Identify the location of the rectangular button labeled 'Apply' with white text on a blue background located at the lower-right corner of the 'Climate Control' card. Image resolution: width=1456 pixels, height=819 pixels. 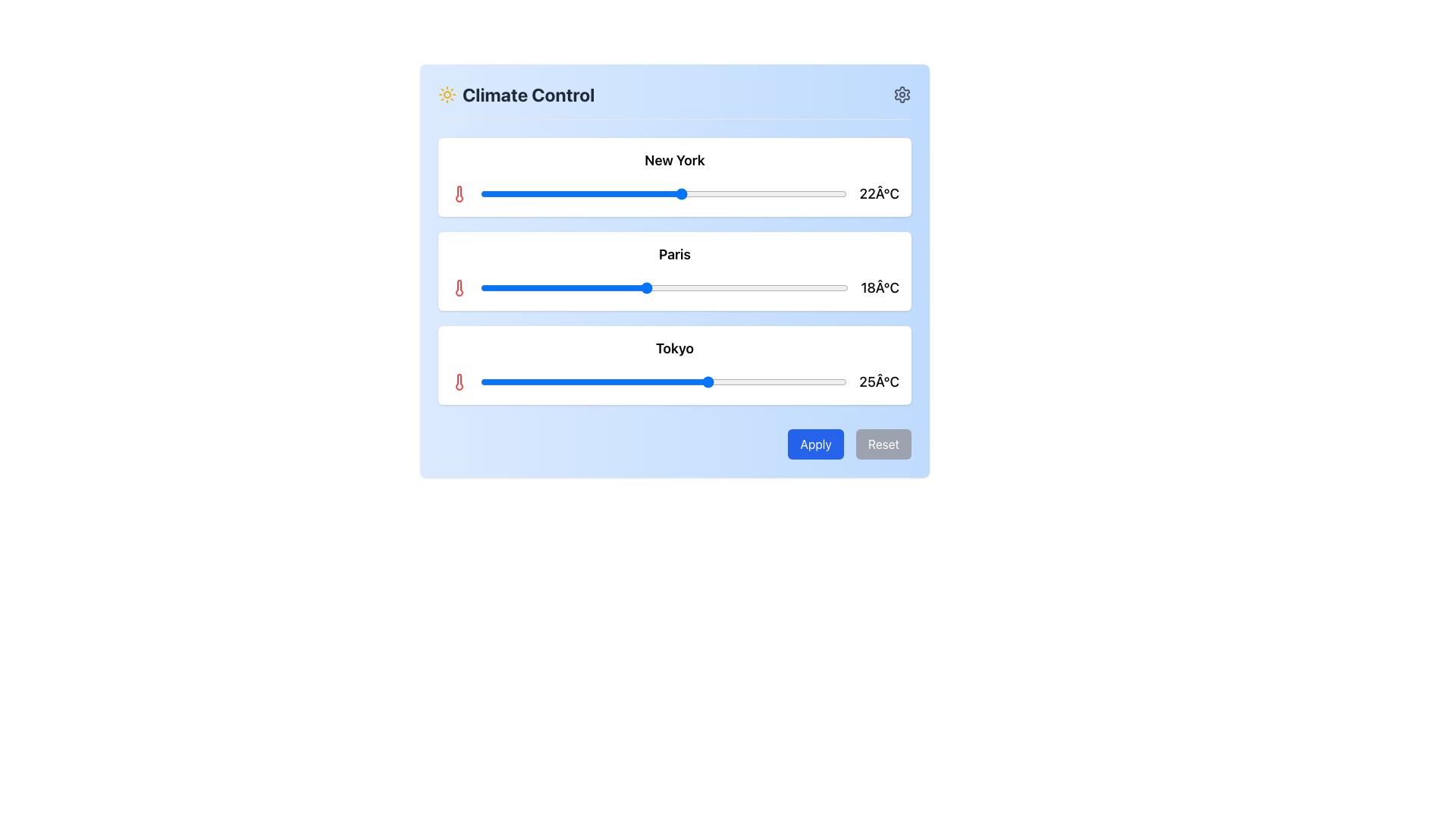
(814, 444).